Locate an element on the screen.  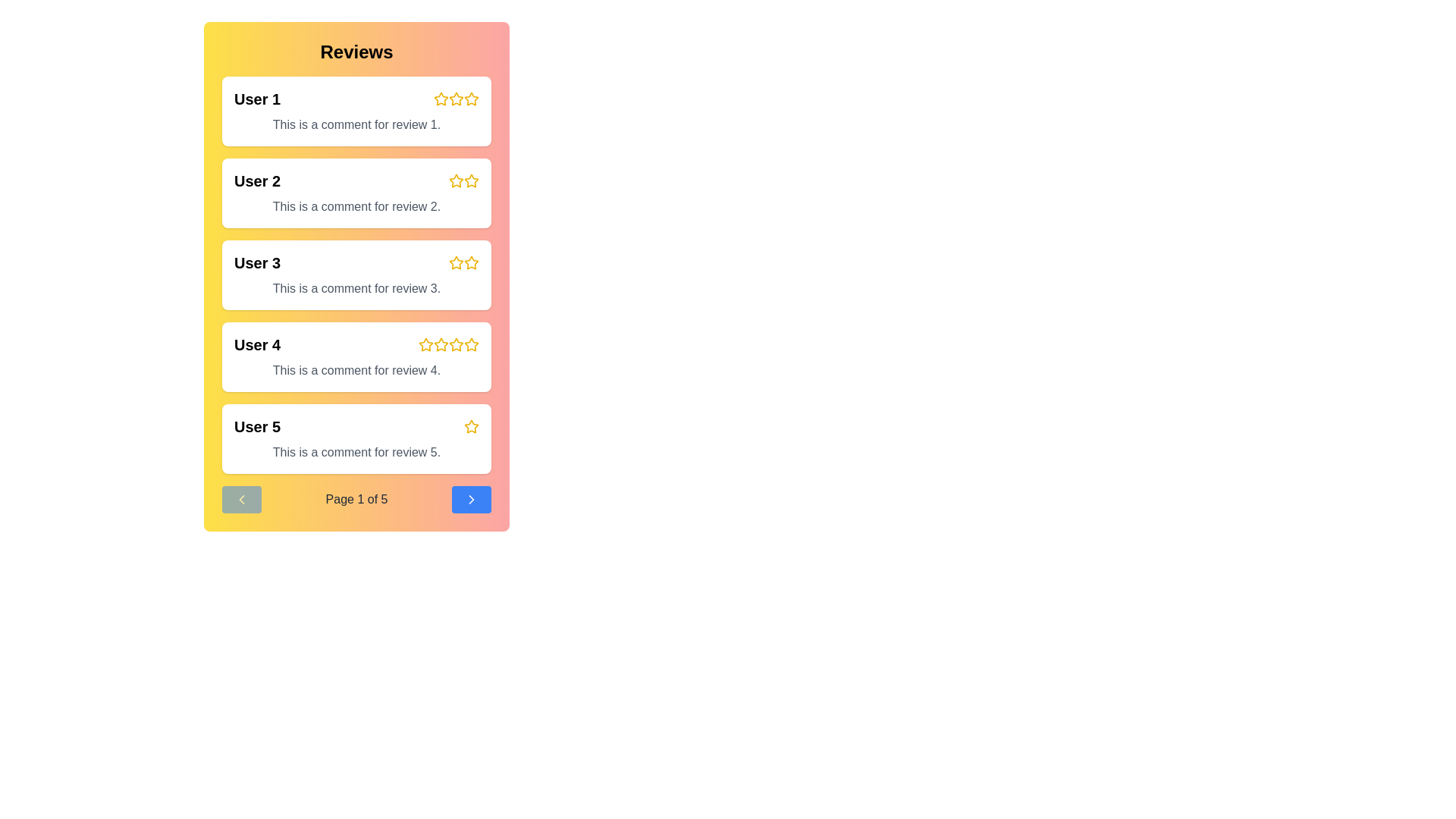
the first star icon in the horizontal row of five stars under the 'User 1' review entry to rate it is located at coordinates (440, 99).